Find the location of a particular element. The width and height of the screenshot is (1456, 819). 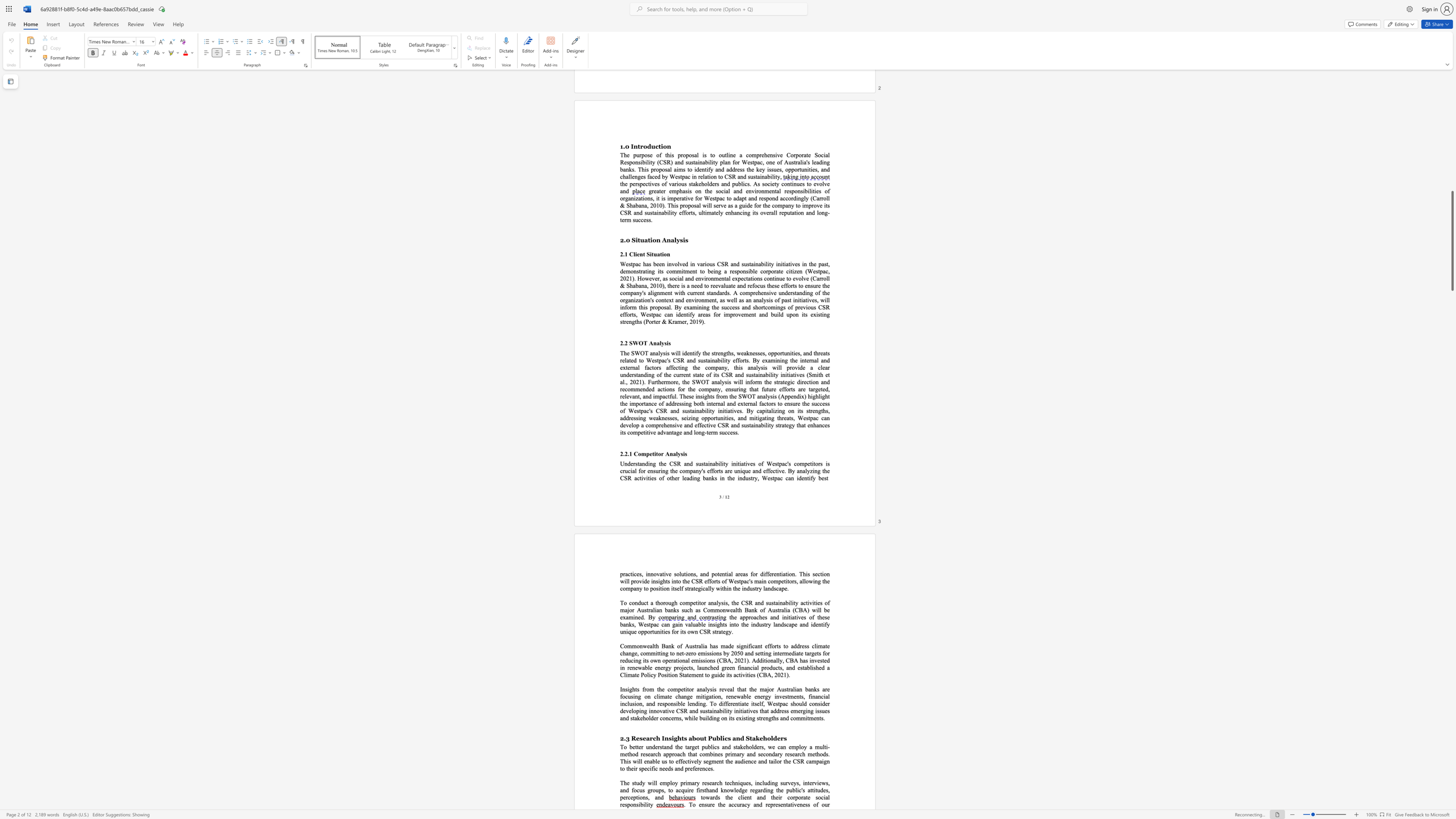

the 1th character "a" in the text is located at coordinates (719, 631).